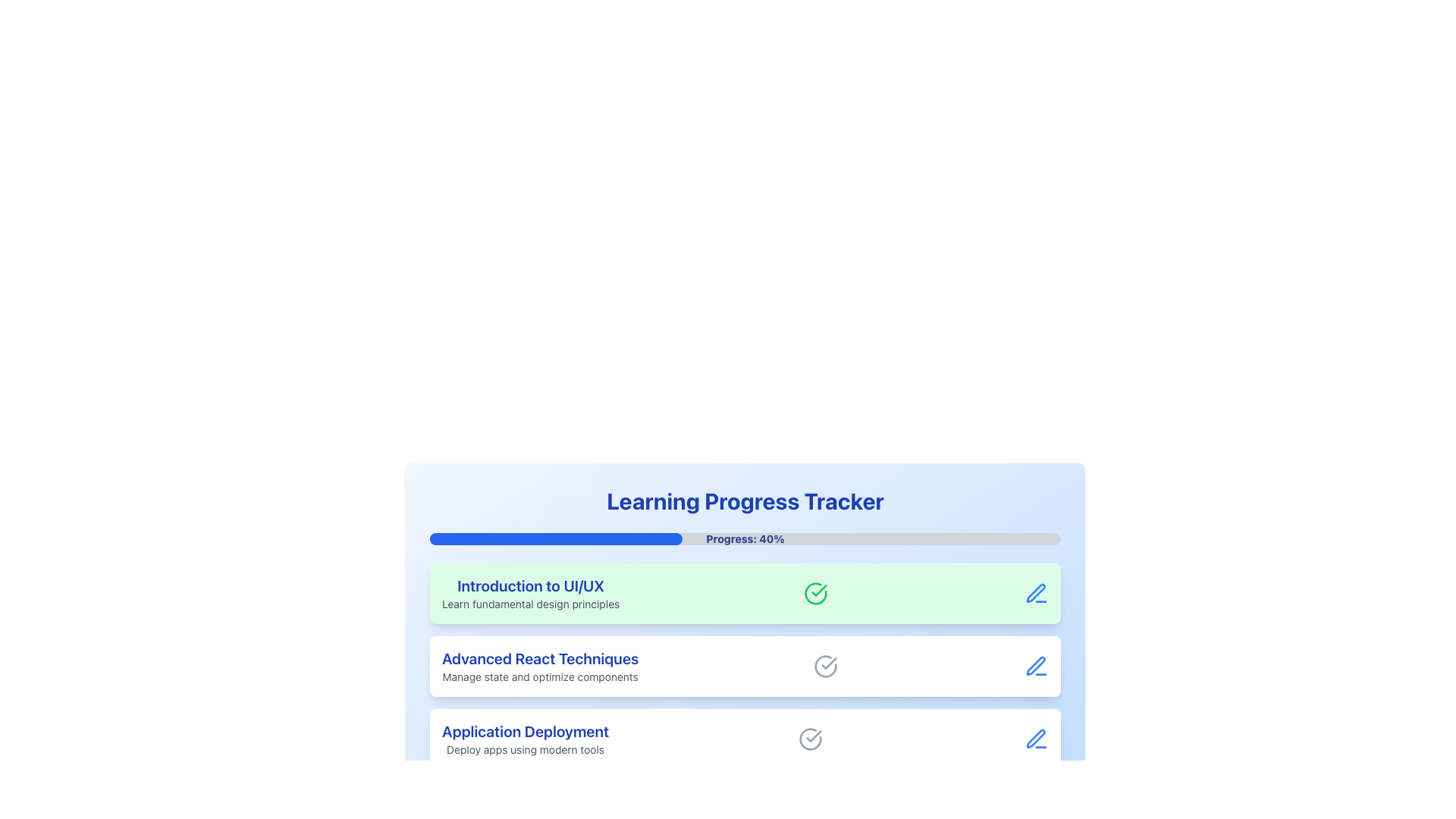  What do you see at coordinates (540, 666) in the screenshot?
I see `the Text Block with Title 'Advanced React Techniques' that provides information about managing state and optimizing components, located under 'Learning Progress Tracker.'` at bounding box center [540, 666].